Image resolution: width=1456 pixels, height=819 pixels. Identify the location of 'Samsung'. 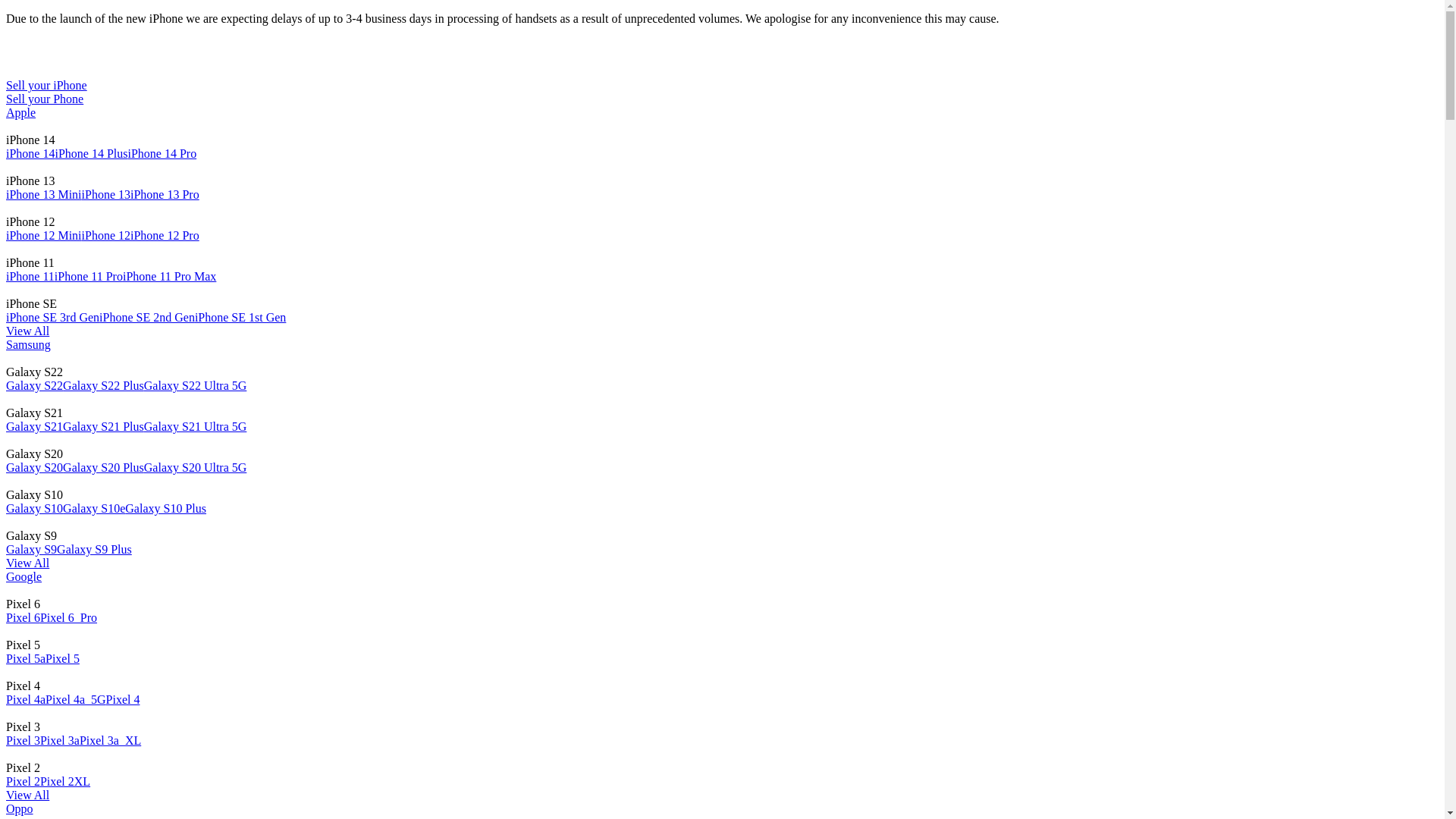
(28, 344).